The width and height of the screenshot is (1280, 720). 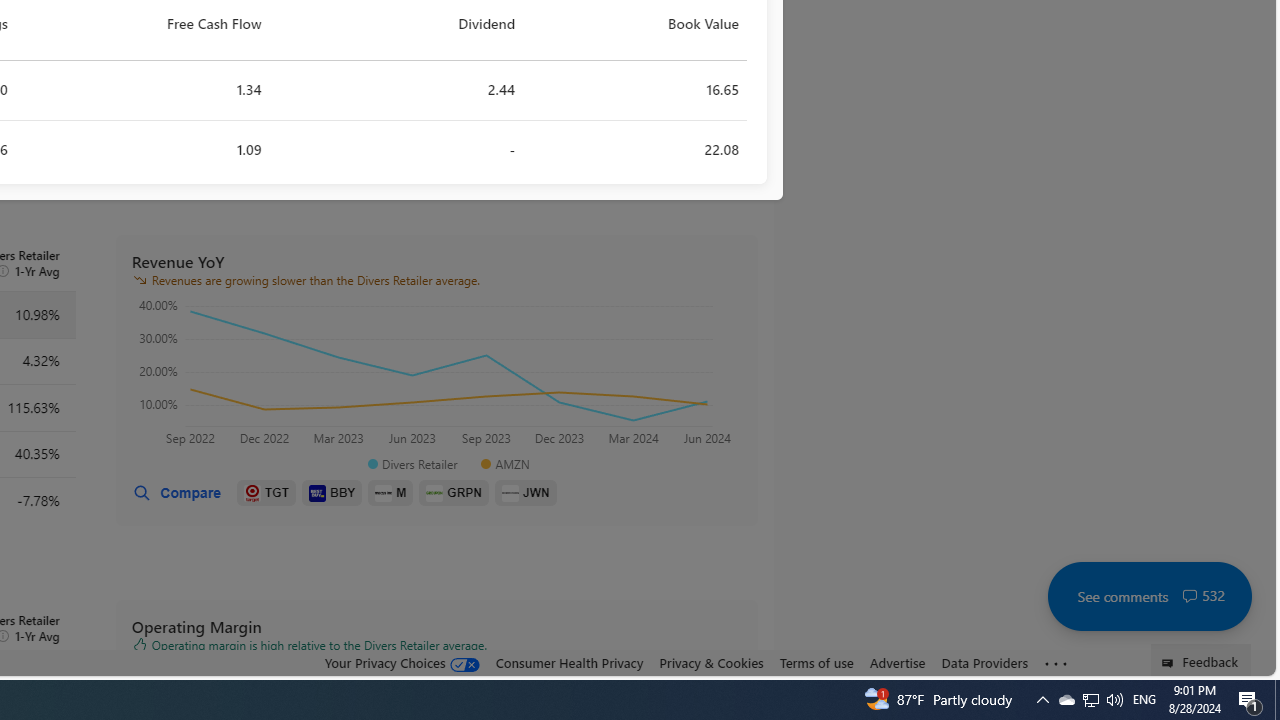 I want to click on 'TGT', so click(x=265, y=493).